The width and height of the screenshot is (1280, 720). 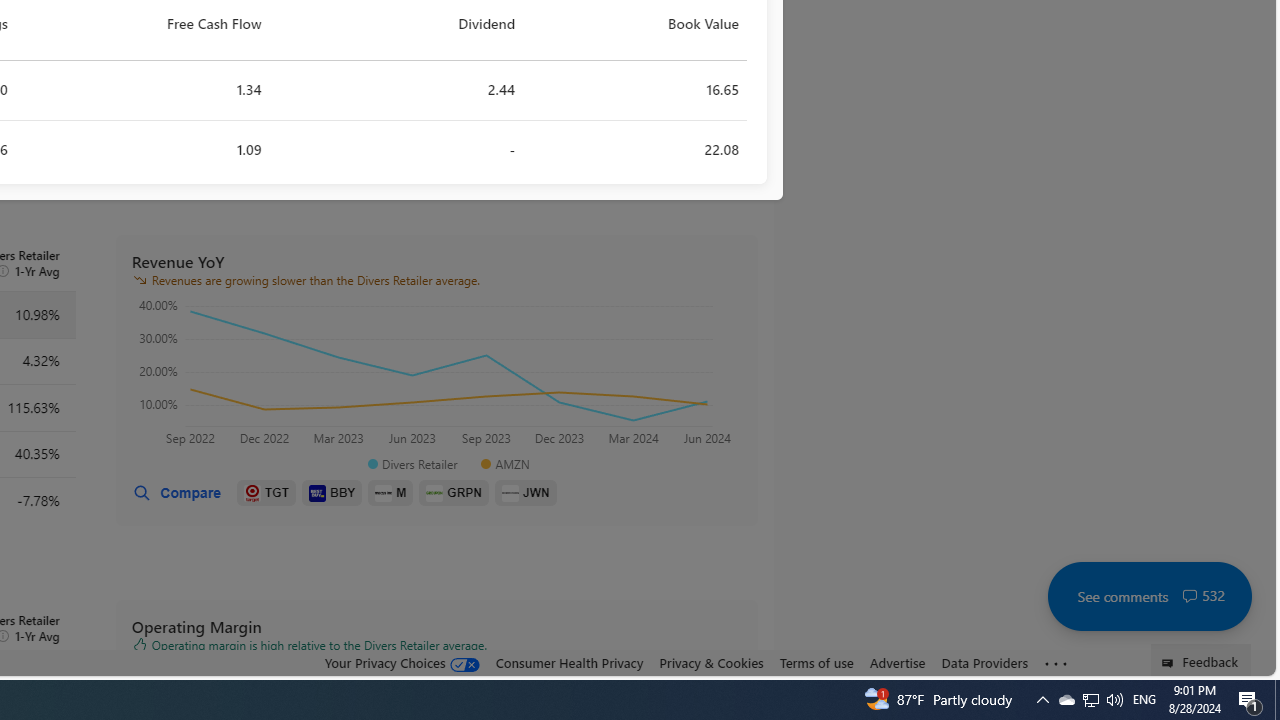 I want to click on 'TGT', so click(x=265, y=493).